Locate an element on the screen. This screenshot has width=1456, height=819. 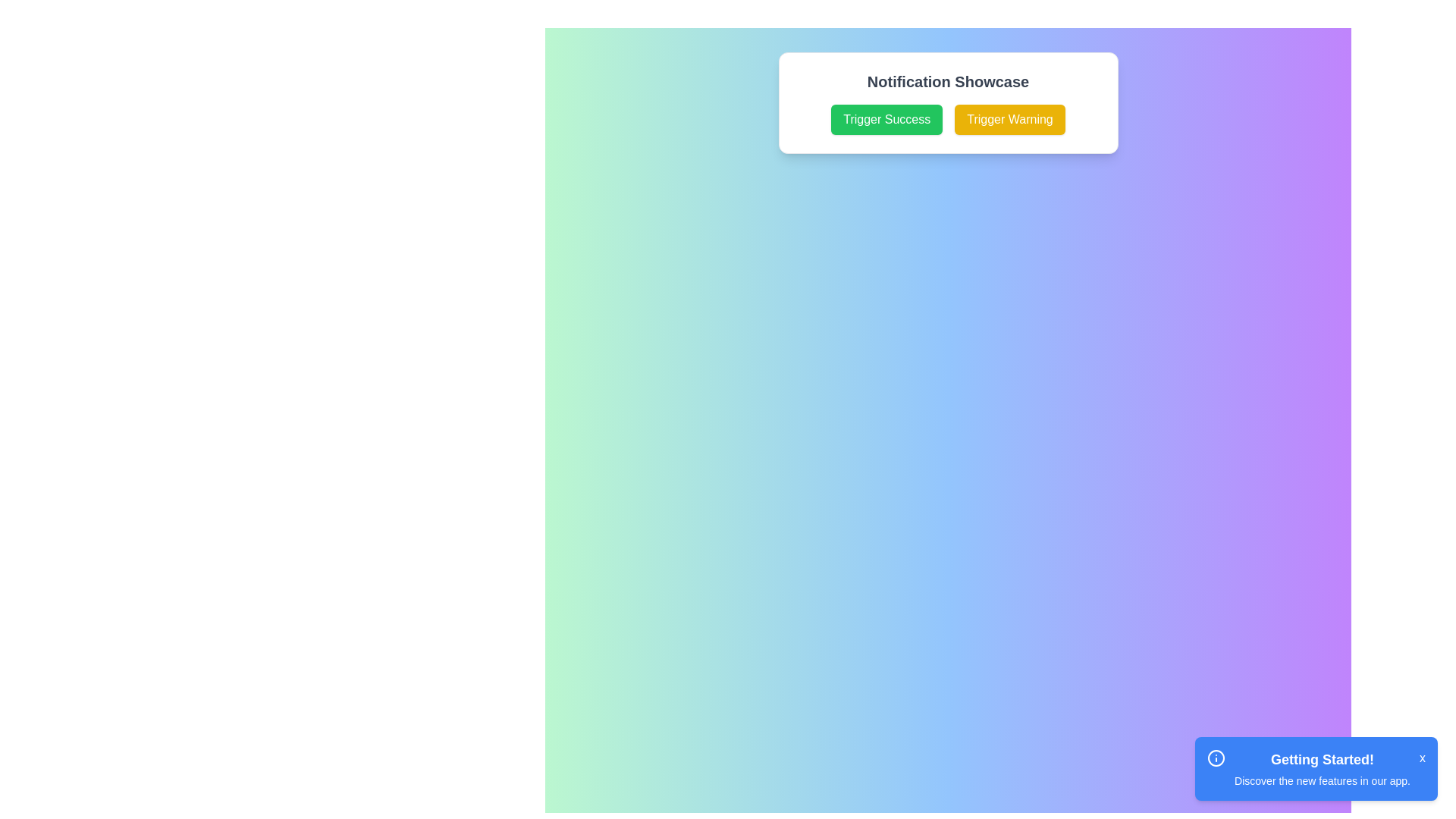
the circular vector-based decorative element located within the notification component labeled 'Getting Started!' in the bottom-right corner of the interface is located at coordinates (1216, 758).